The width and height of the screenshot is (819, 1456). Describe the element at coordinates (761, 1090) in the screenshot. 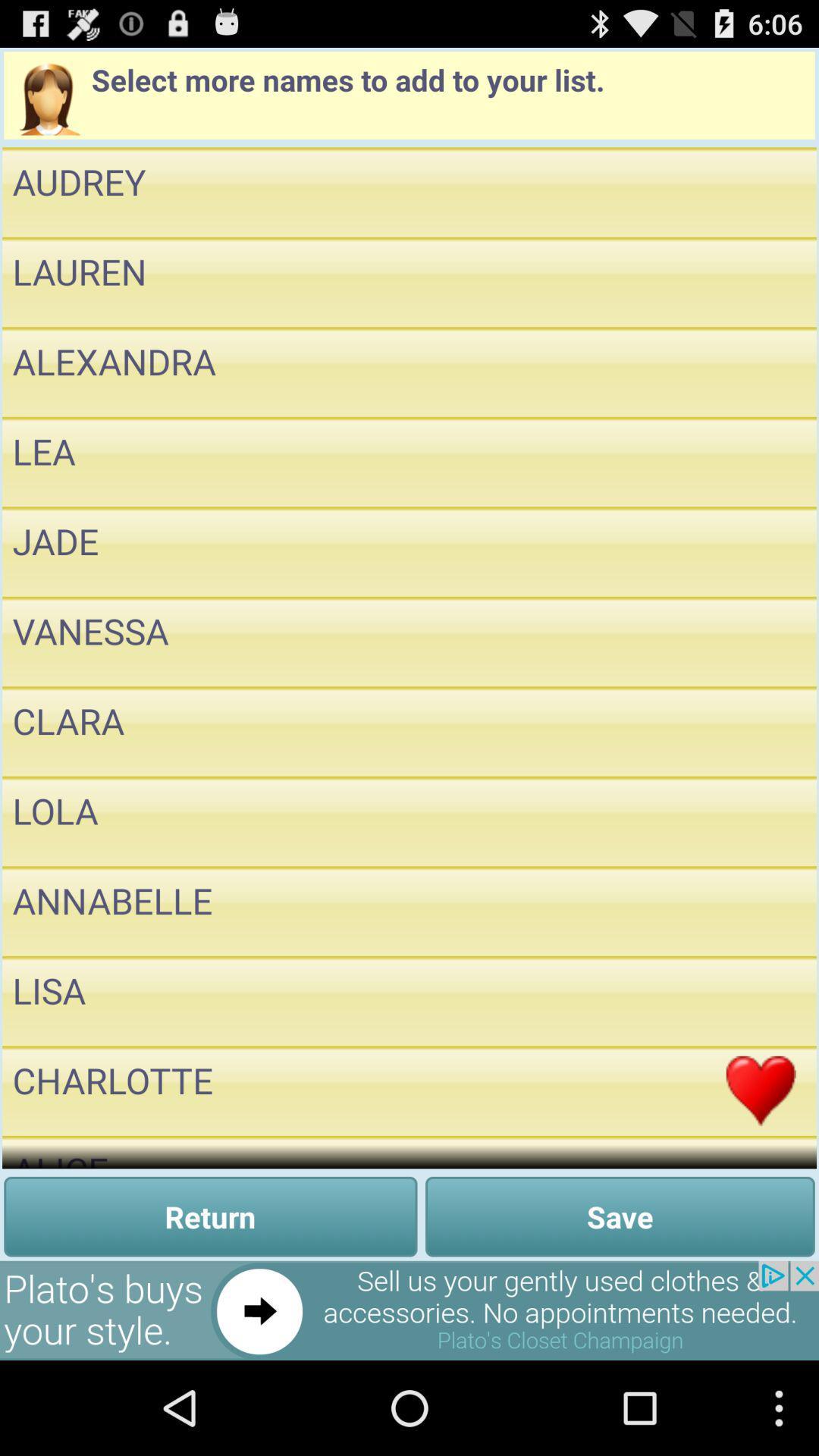

I see `red heart in charlotte option` at that location.